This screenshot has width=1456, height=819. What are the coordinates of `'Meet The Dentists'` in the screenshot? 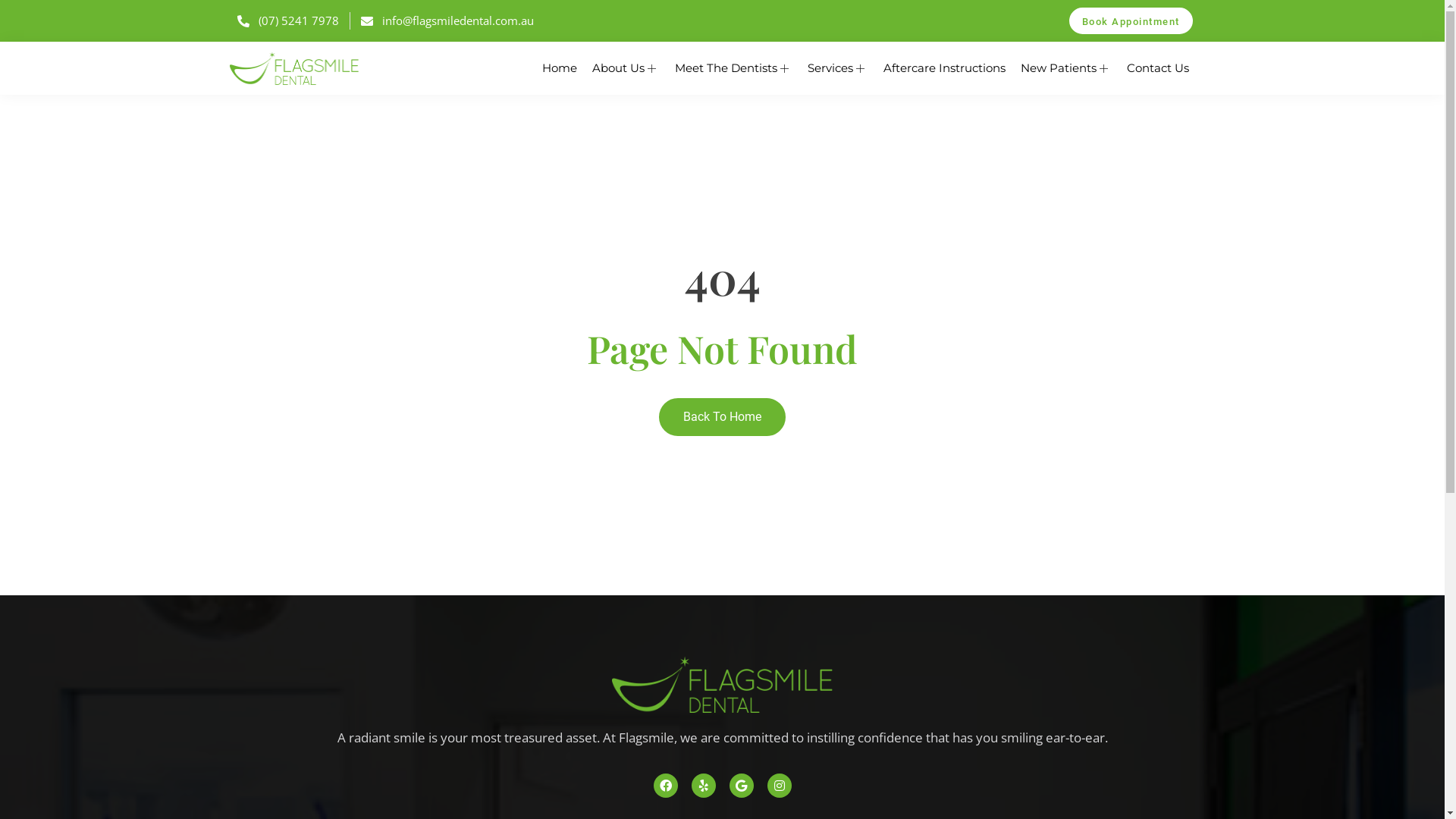 It's located at (733, 67).